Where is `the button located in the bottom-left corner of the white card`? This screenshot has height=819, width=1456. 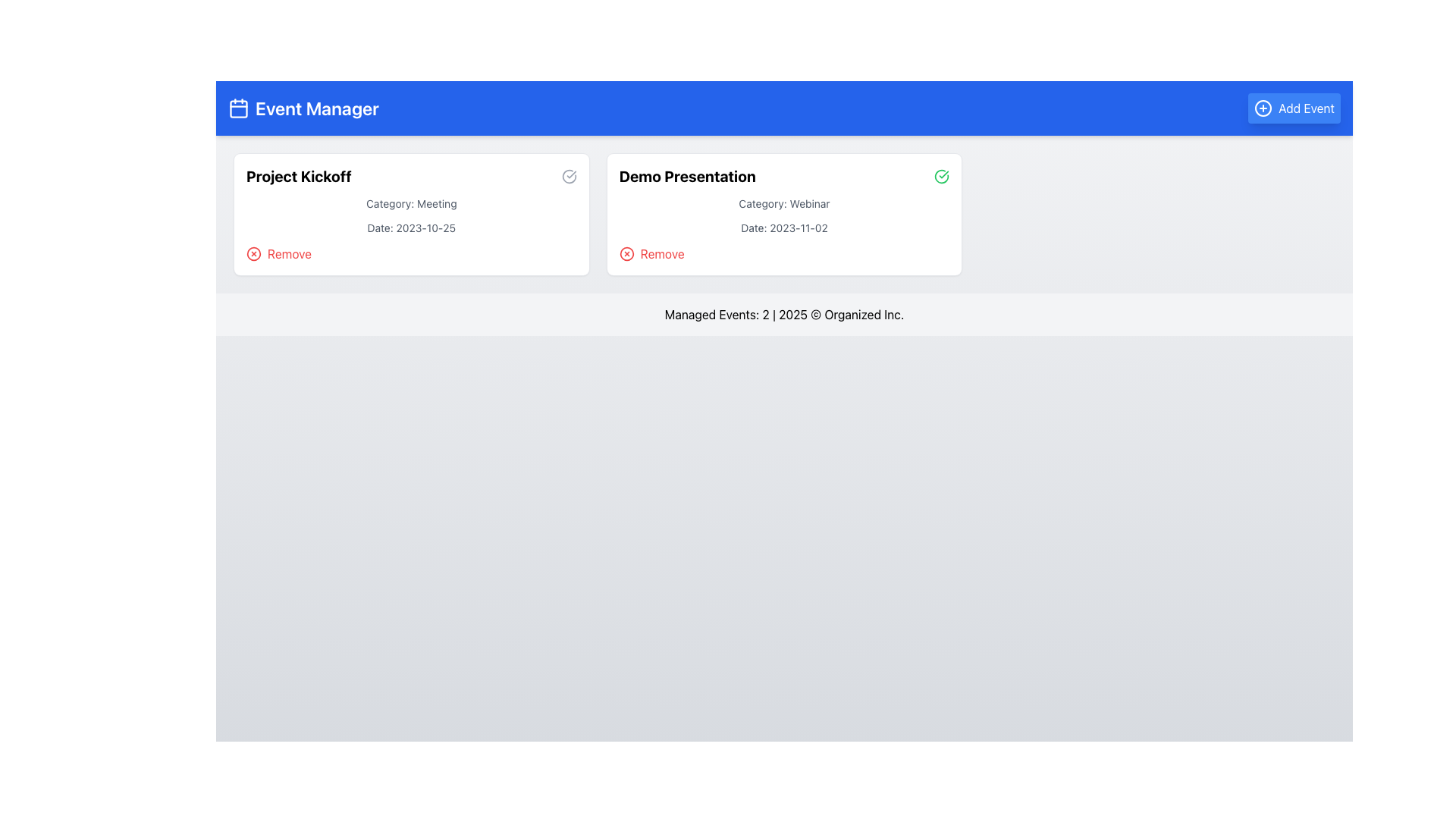
the button located in the bottom-left corner of the white card is located at coordinates (279, 253).